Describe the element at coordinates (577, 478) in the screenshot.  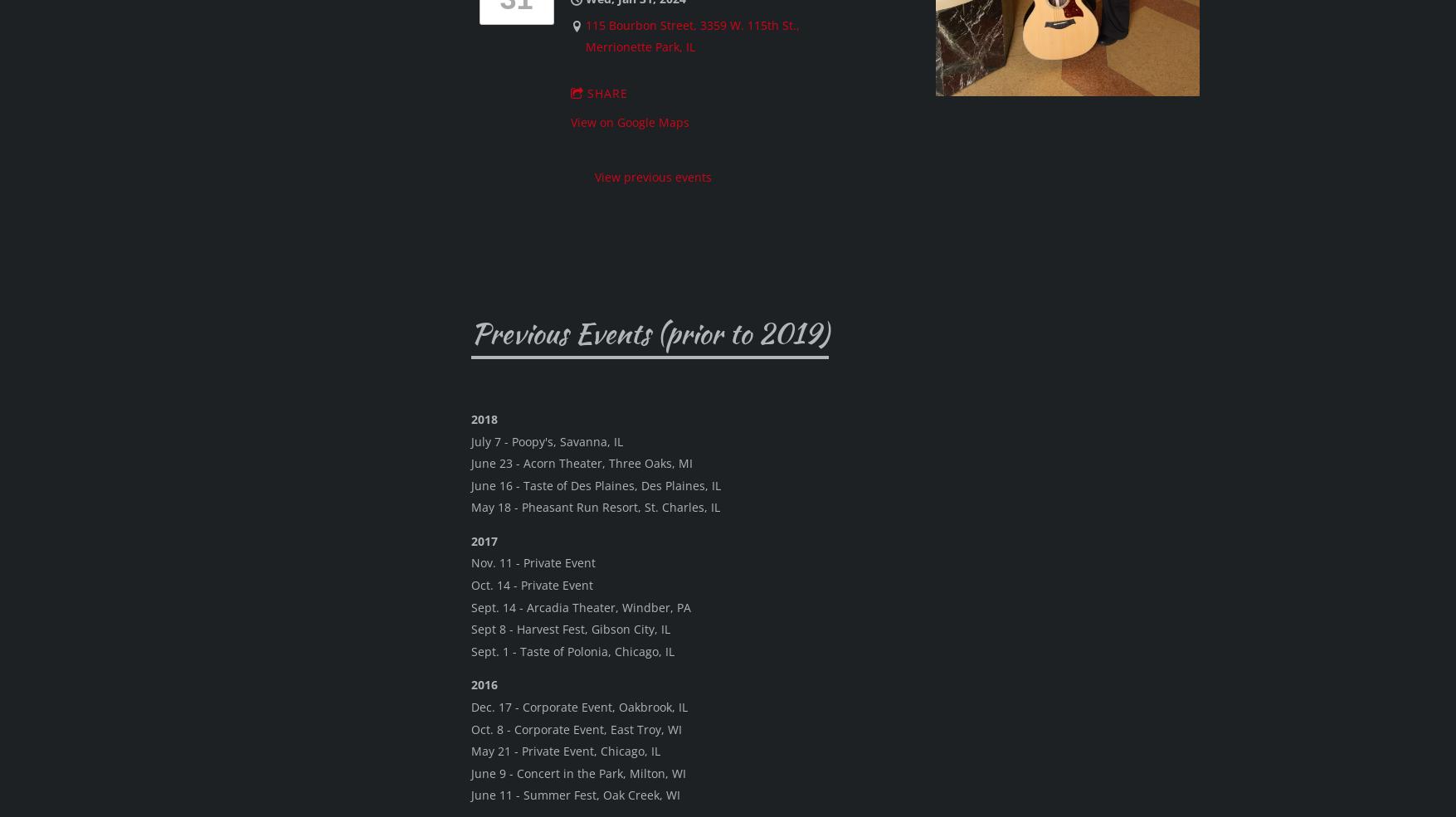
I see `'Shakers, Ottawa, IL'` at that location.